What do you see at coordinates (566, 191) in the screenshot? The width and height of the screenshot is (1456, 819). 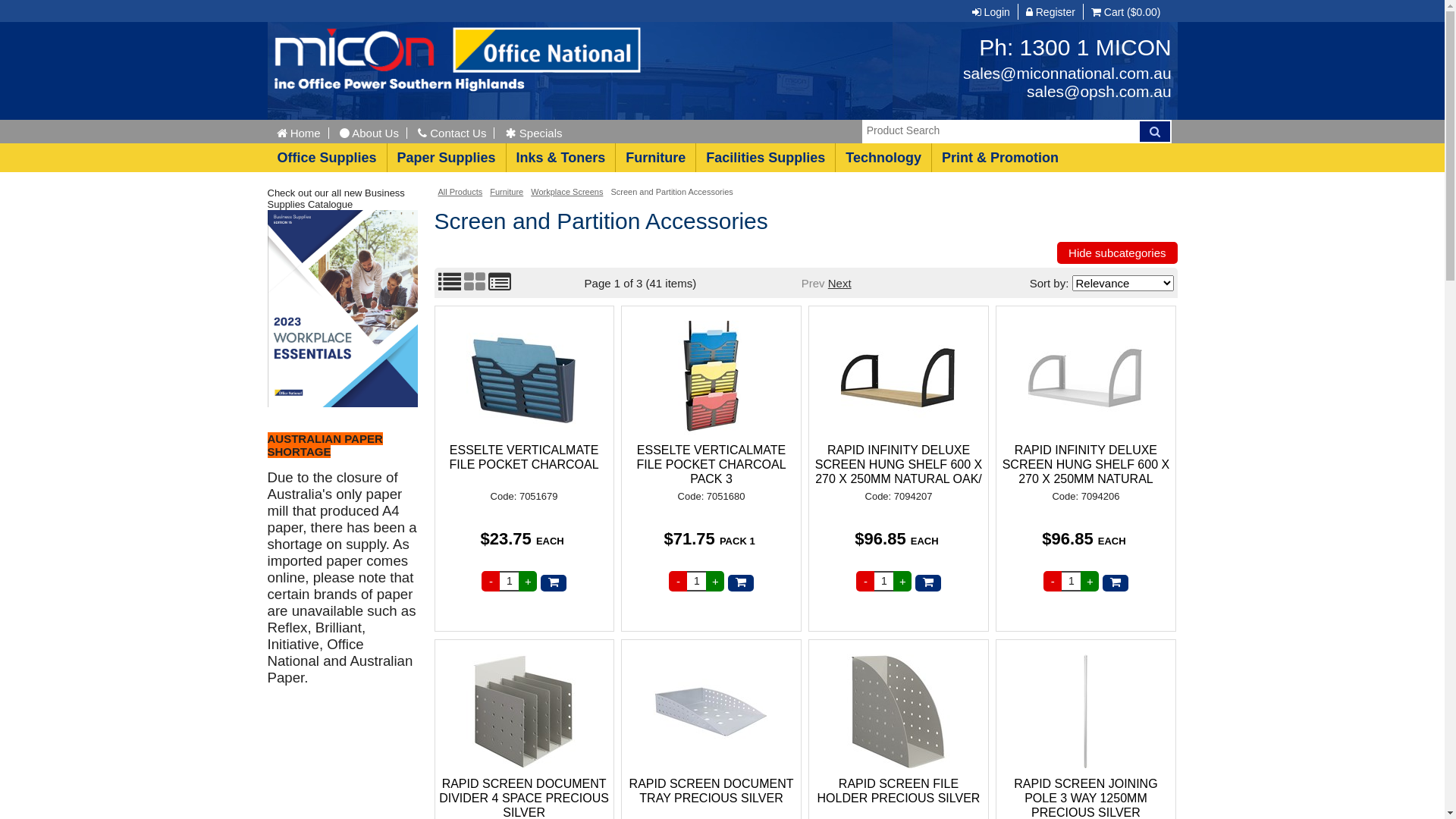 I see `'Workplace Screens'` at bounding box center [566, 191].